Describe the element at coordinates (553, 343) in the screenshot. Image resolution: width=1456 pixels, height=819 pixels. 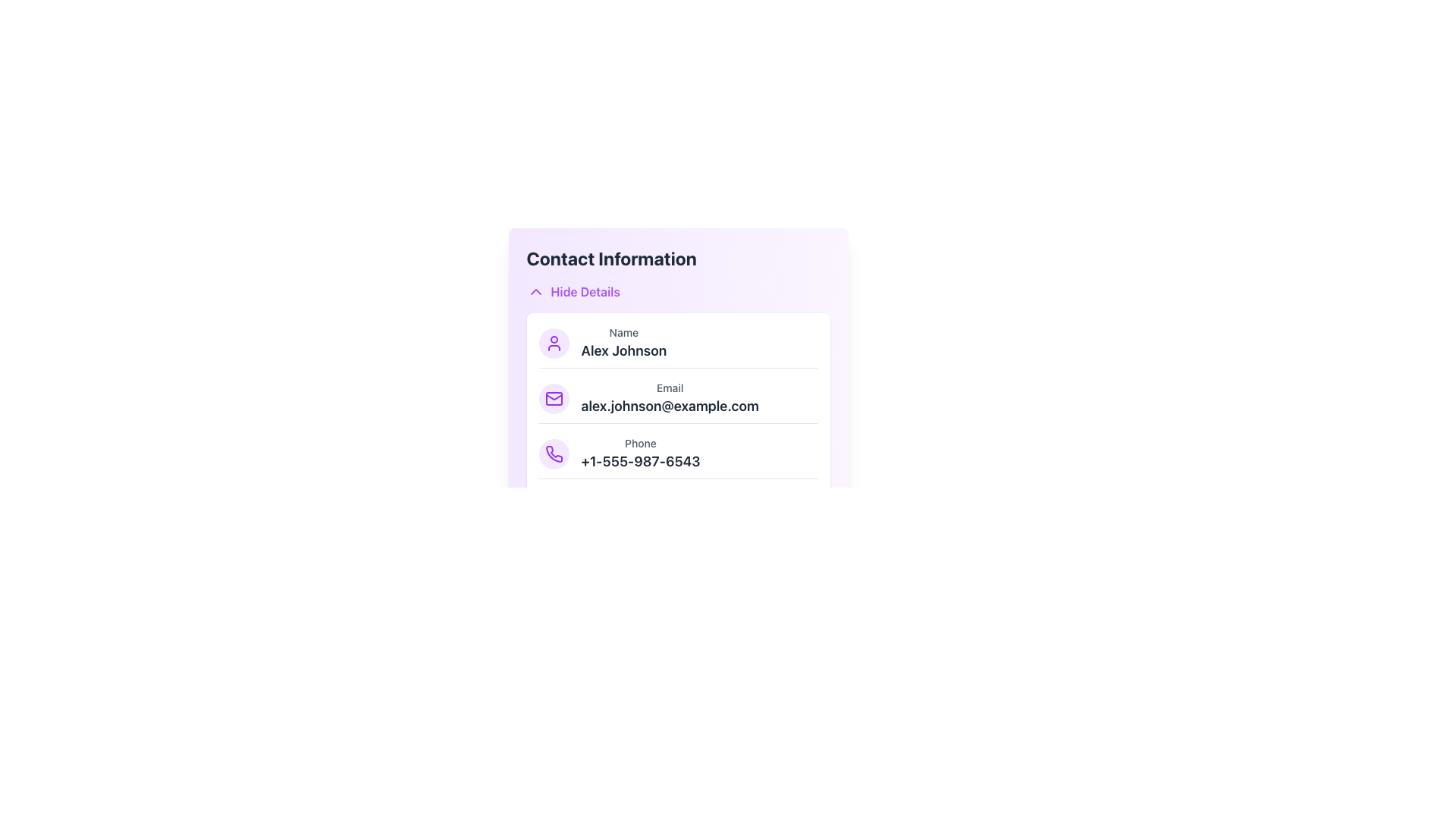
I see `the user profile icon, which is a circular icon with a thin purple outline and light purple background, located in the top-left corner of the contact information card, next to the 'Name' text` at that location.